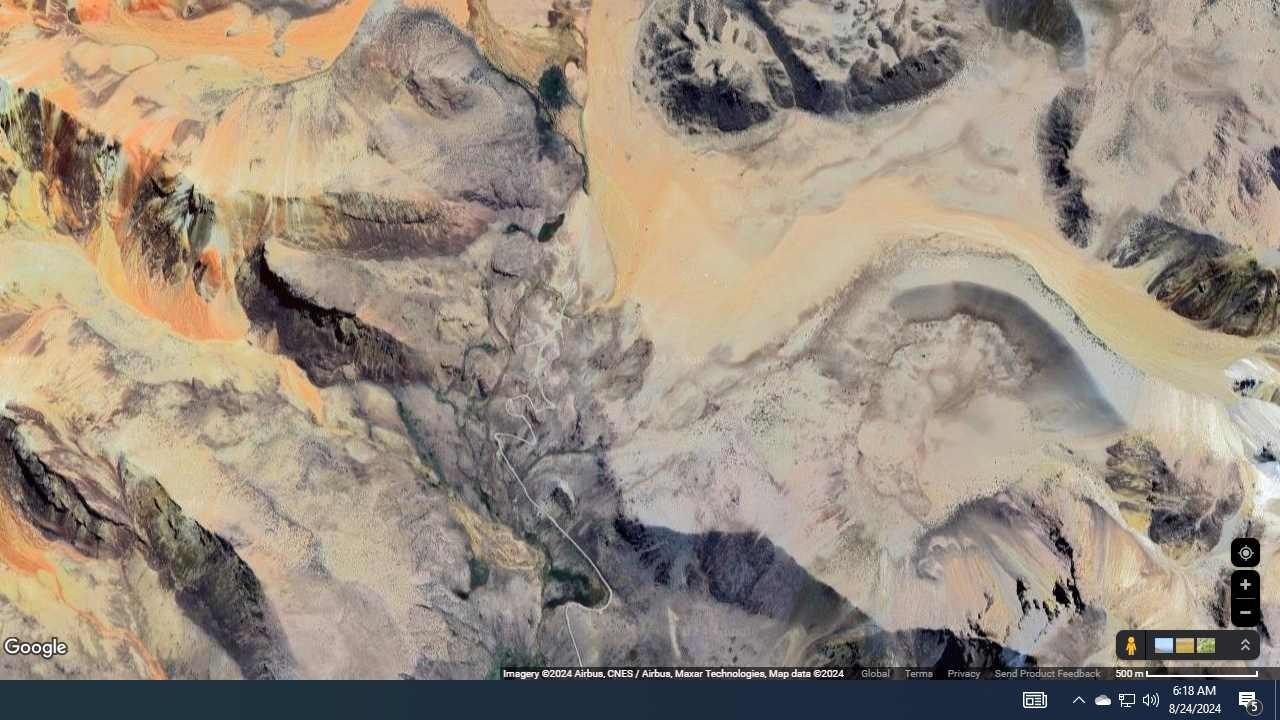 This screenshot has width=1280, height=720. I want to click on '500 m', so click(1187, 673).